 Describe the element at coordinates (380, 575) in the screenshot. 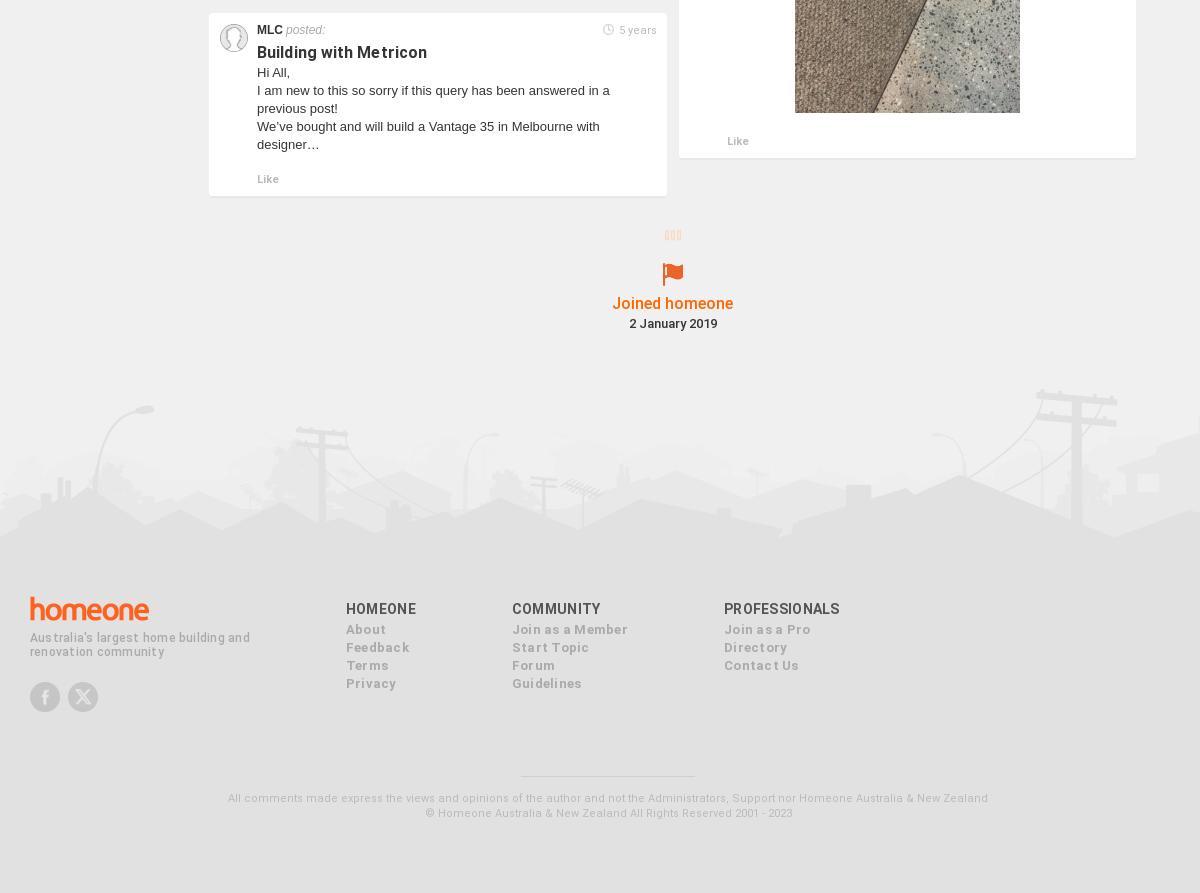

I see `'Homeone'` at that location.